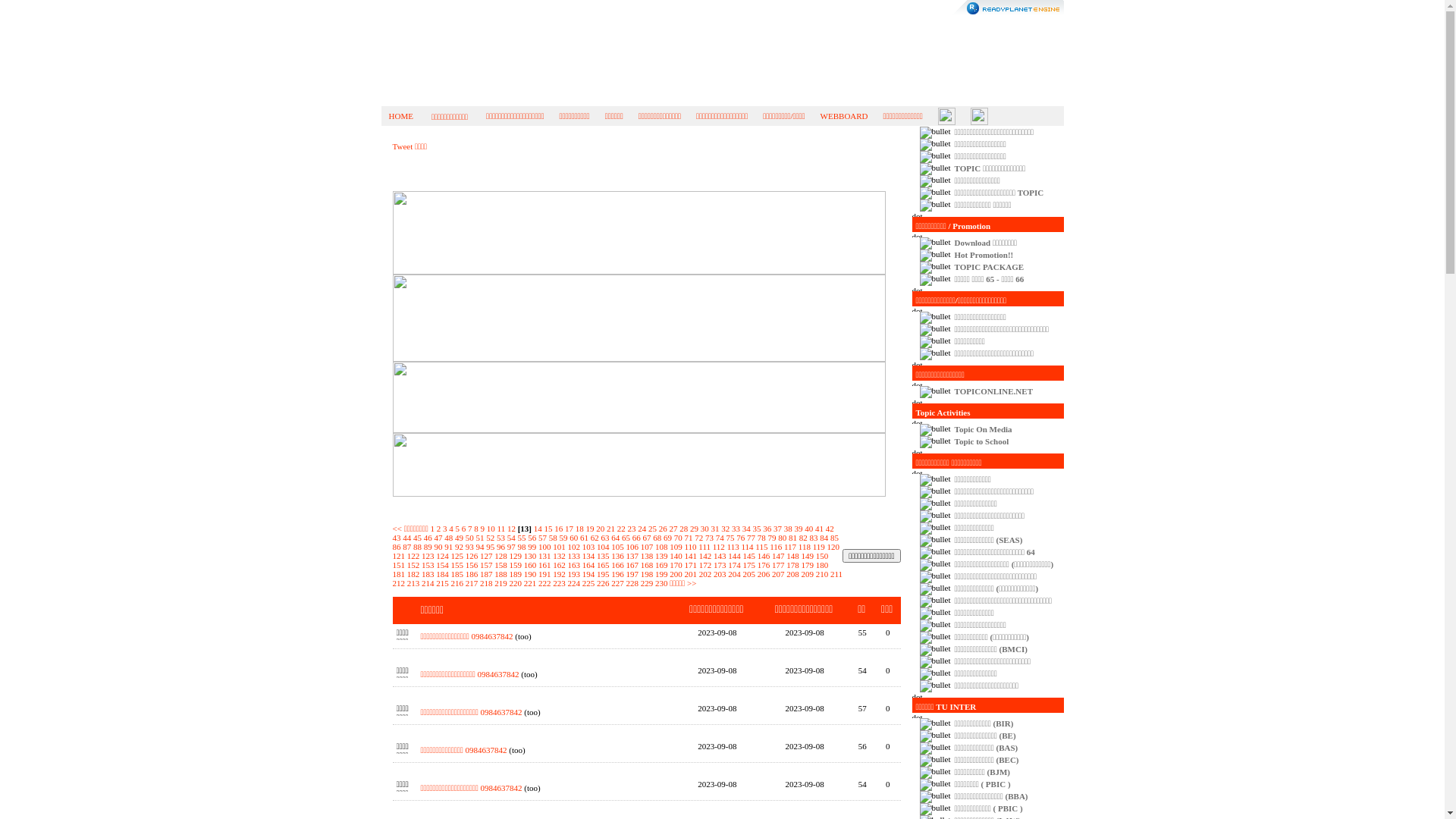 This screenshot has height=819, width=1456. Describe the element at coordinates (544, 573) in the screenshot. I see `'191'` at that location.